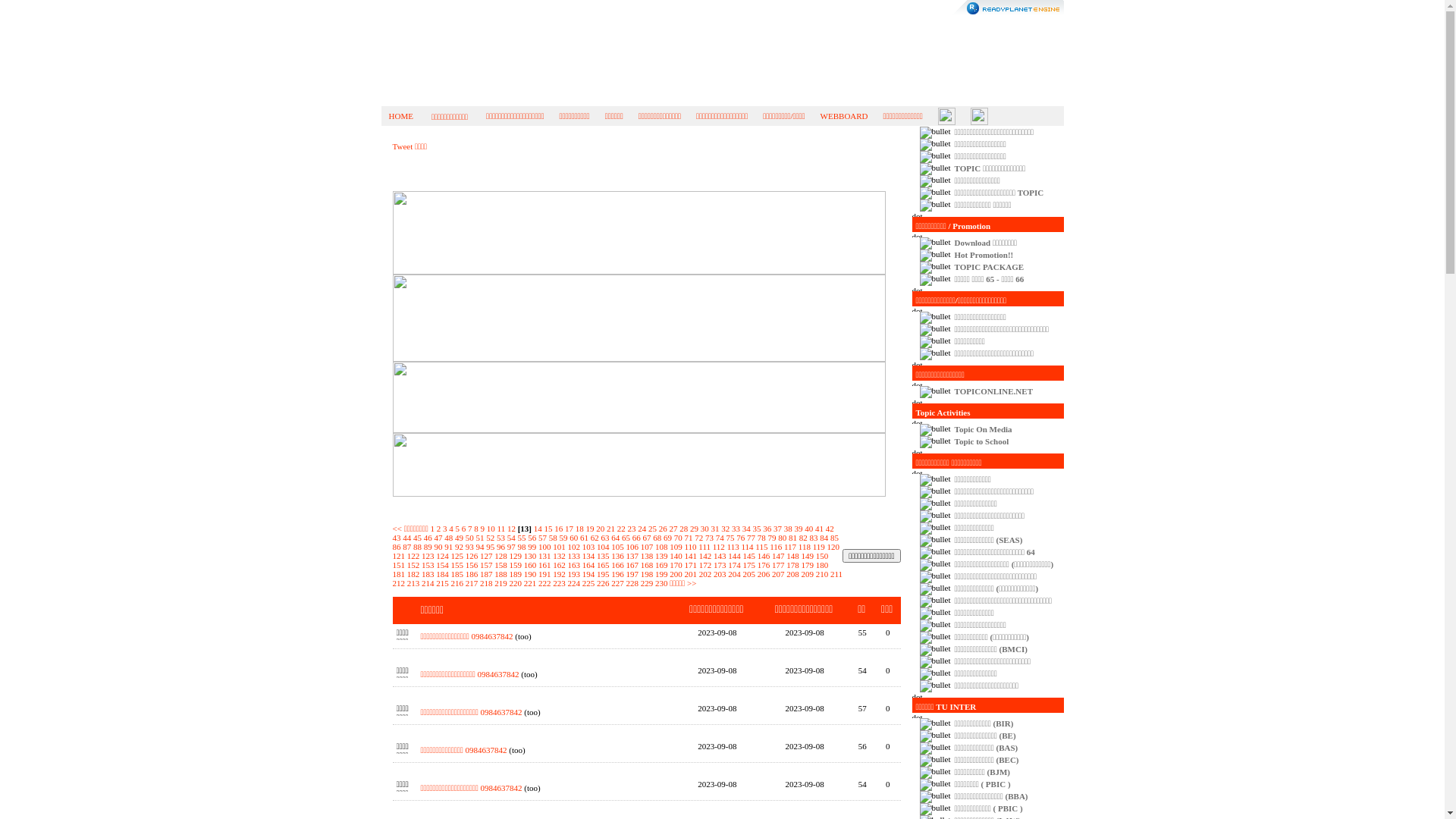 This screenshot has height=819, width=1456. Describe the element at coordinates (544, 573) in the screenshot. I see `'191'` at that location.